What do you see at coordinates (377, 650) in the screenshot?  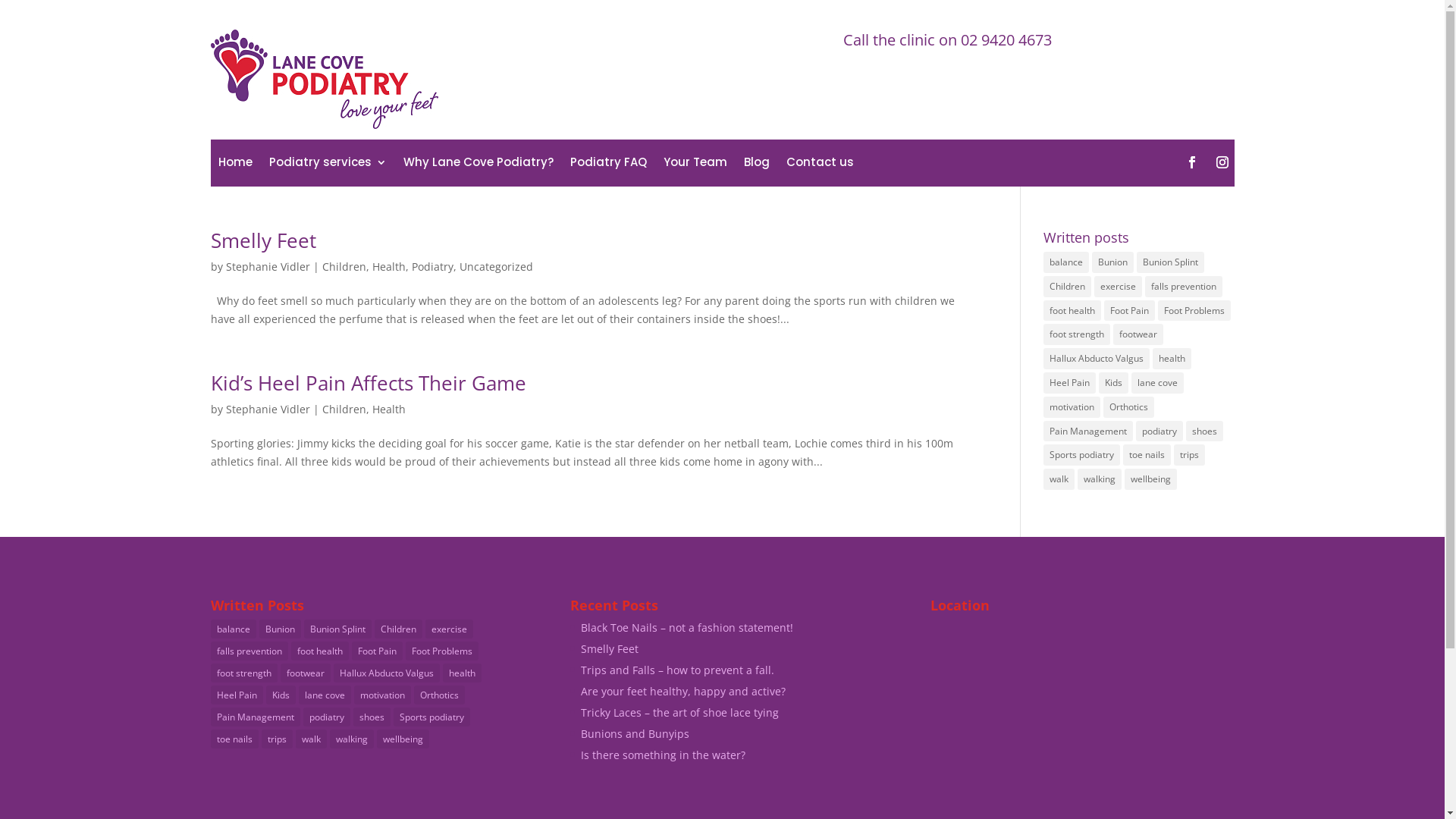 I see `'Foot Pain'` at bounding box center [377, 650].